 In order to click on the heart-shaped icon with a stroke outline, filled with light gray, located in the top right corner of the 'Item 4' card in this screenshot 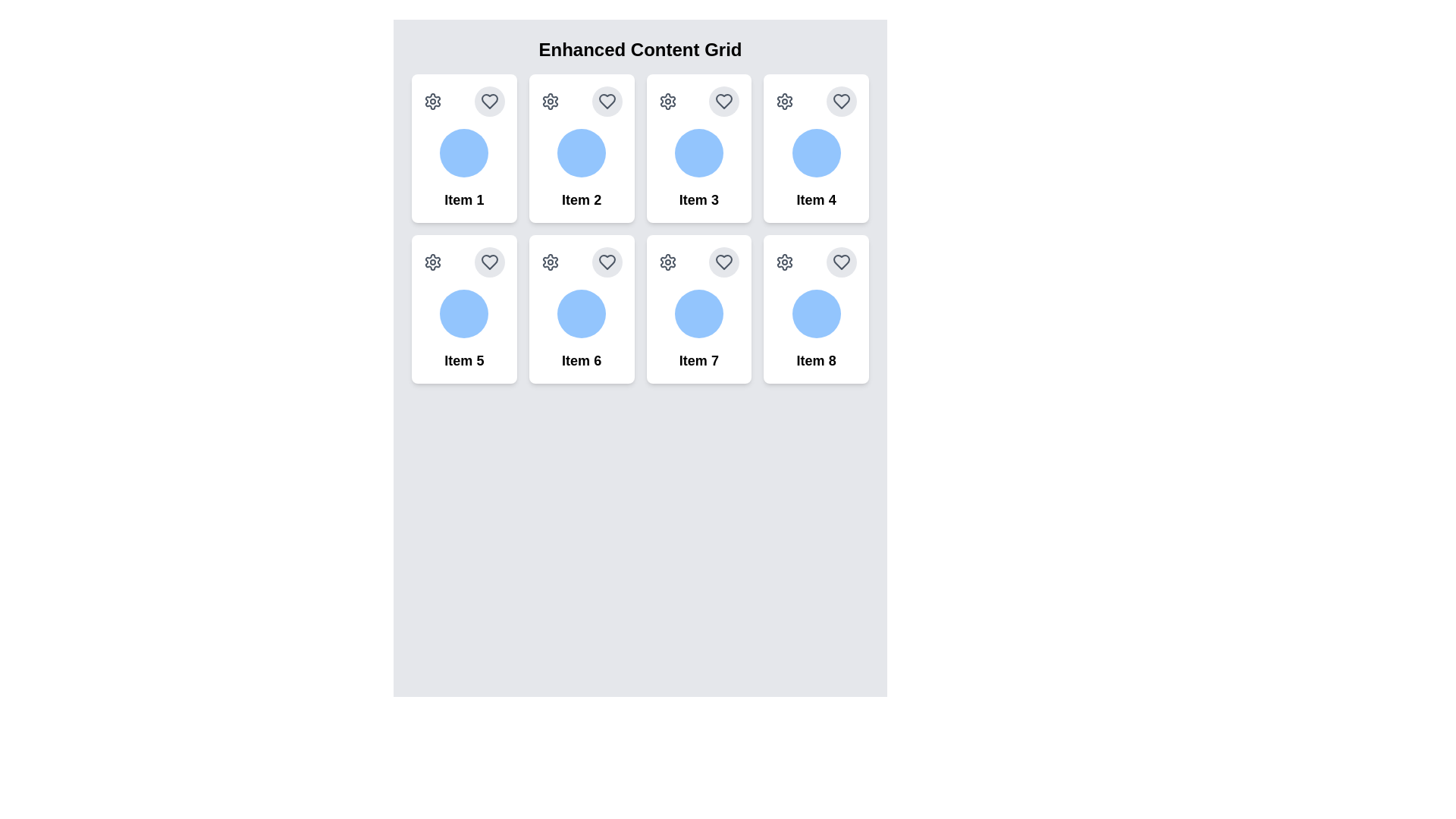, I will do `click(840, 102)`.